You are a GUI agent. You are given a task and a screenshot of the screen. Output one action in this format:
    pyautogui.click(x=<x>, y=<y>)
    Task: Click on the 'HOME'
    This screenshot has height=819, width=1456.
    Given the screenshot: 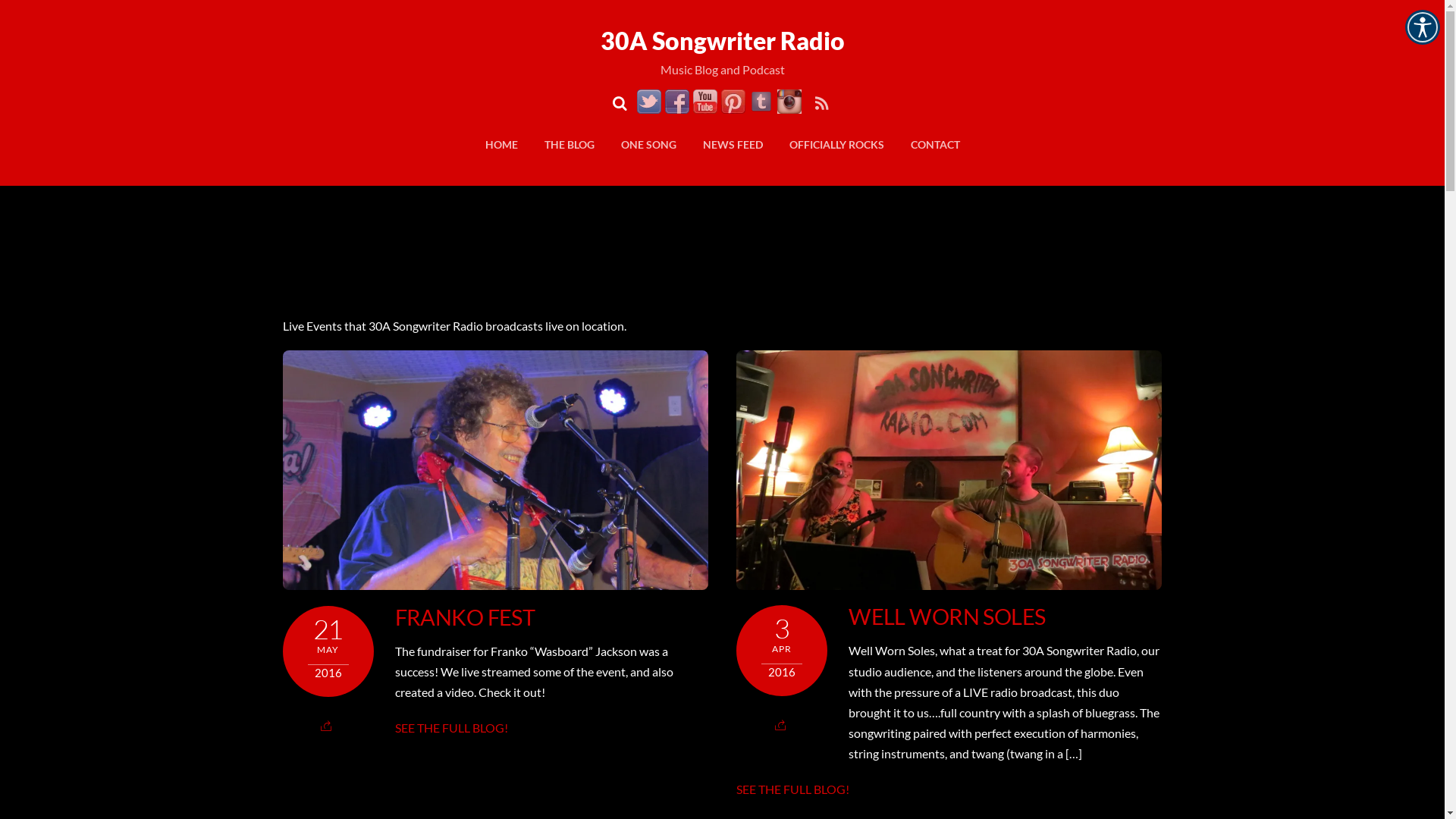 What is the action you would take?
    pyautogui.click(x=501, y=144)
    